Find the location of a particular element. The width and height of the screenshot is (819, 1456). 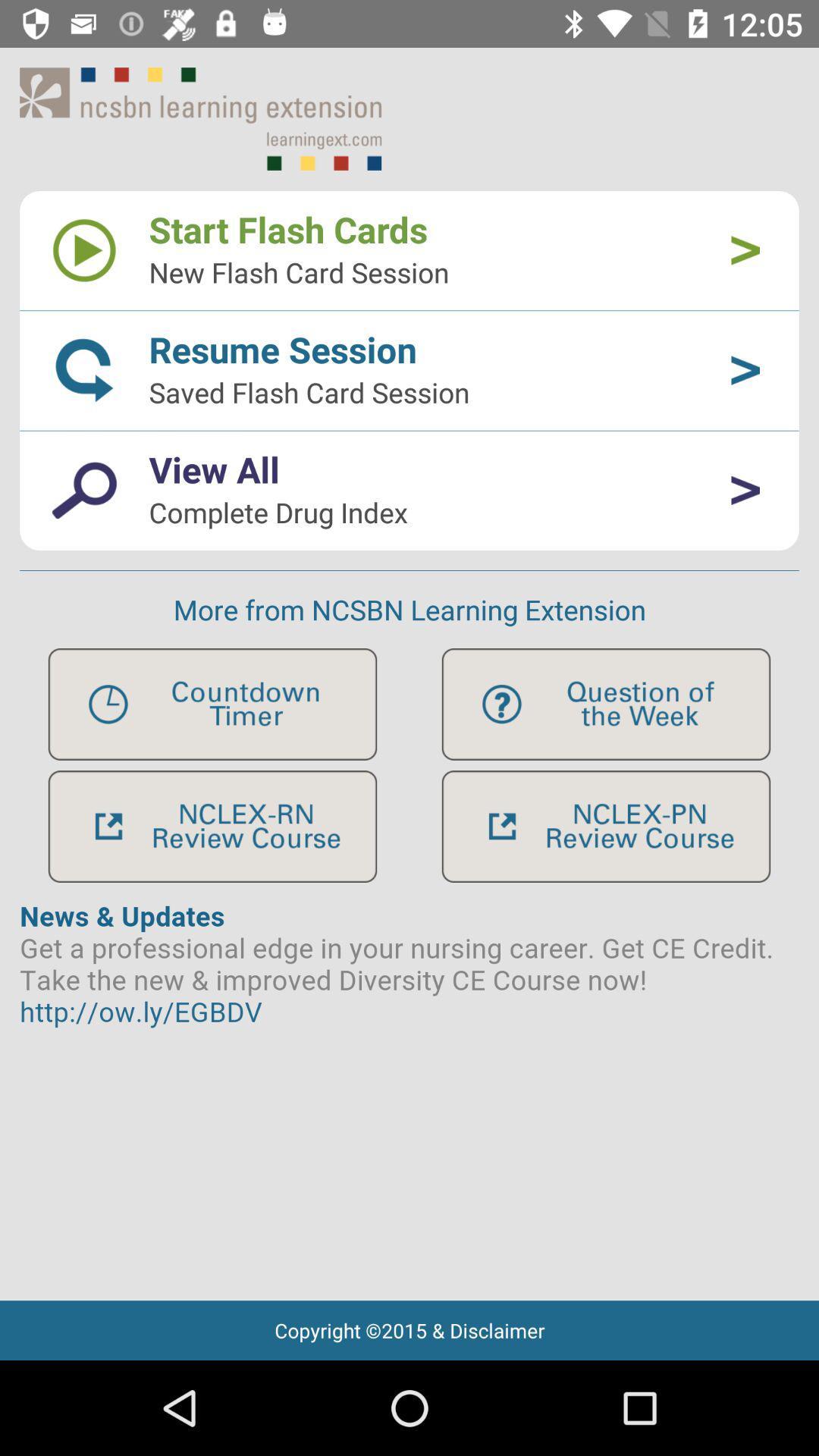

review course is located at coordinates (212, 826).